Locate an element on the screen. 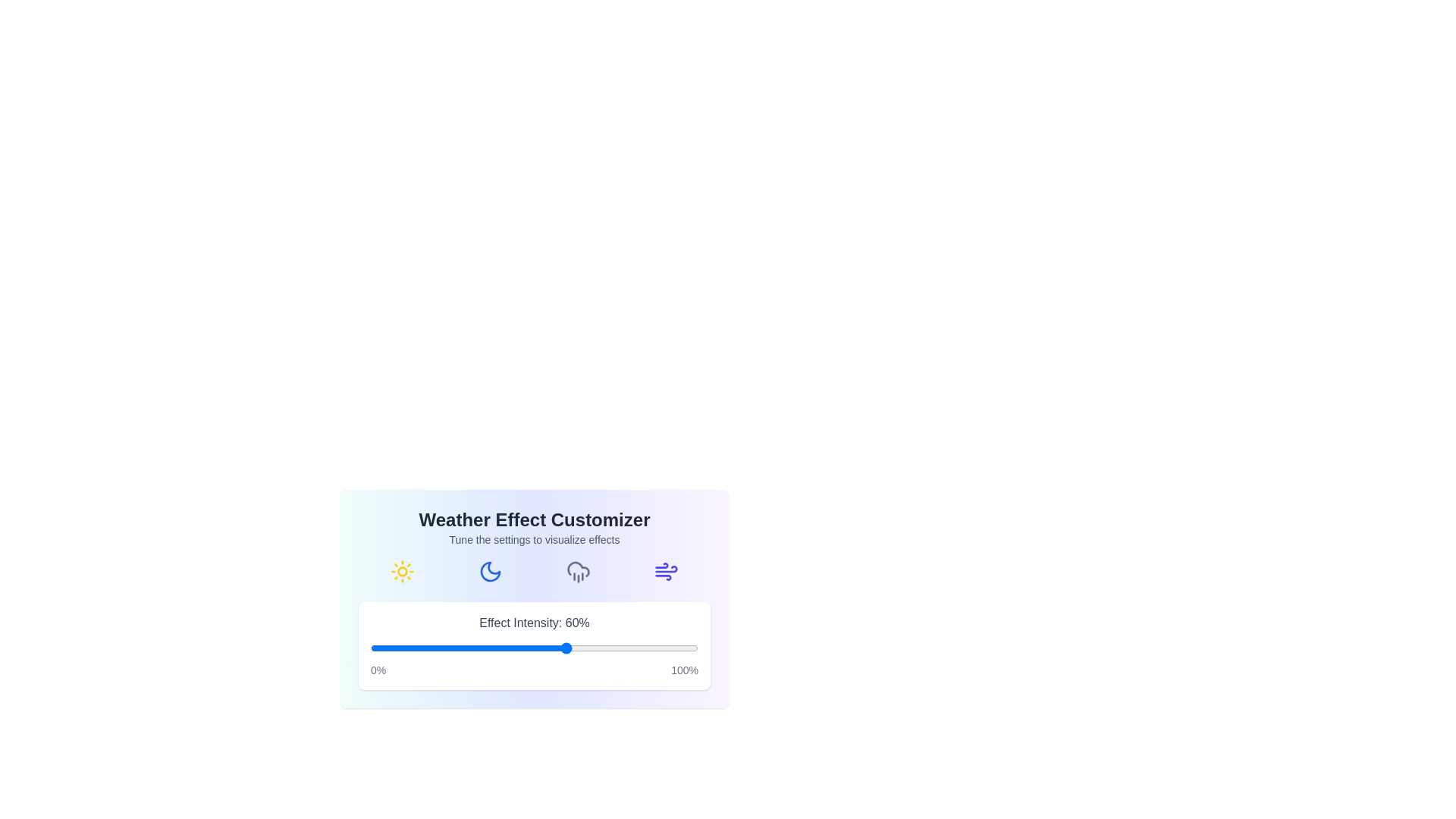  the effect intensity is located at coordinates (384, 648).